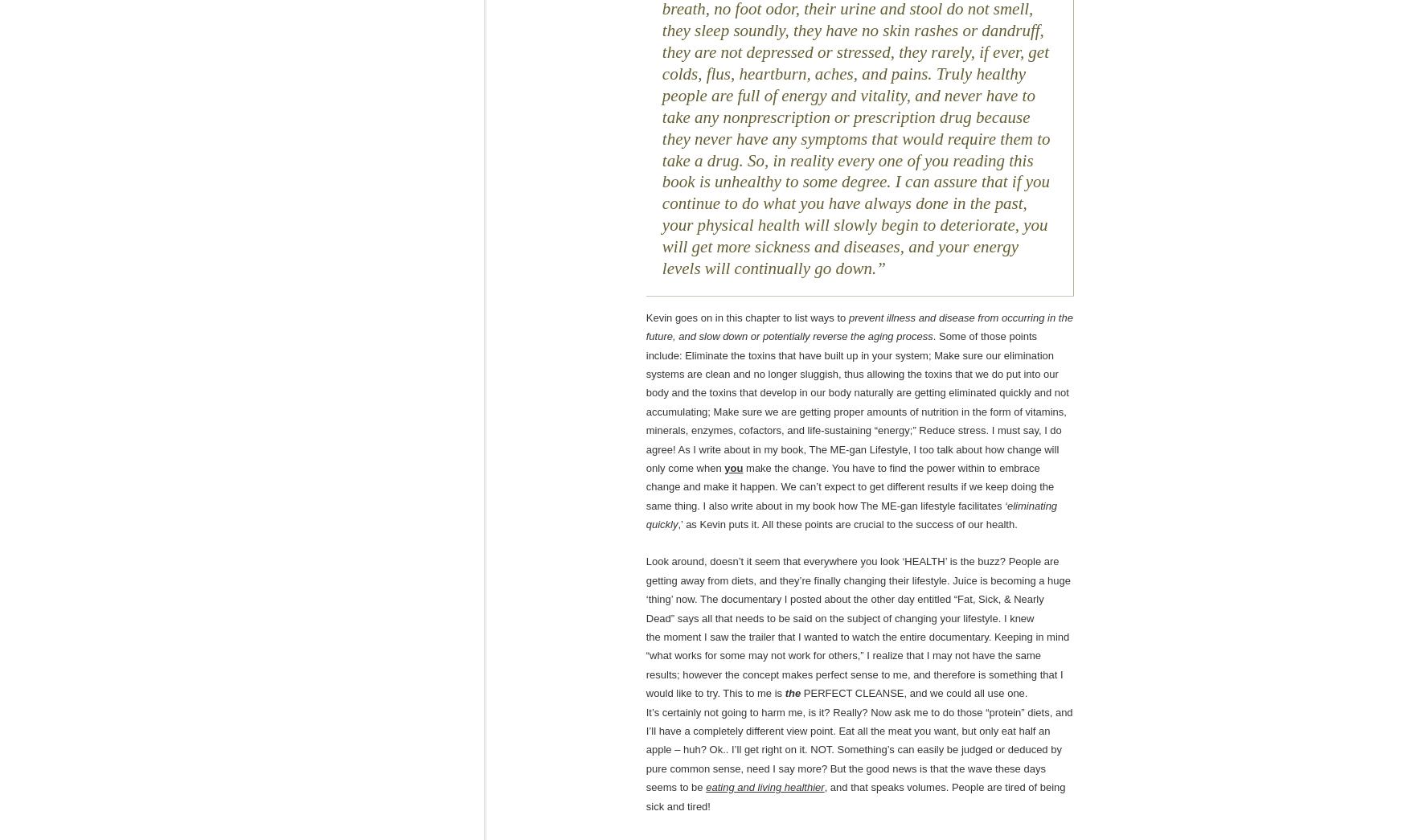  I want to click on 'PERFECT CLEANSE, and we could all use one. It’s certainly not going to harm me, is it? Really? Now ask me to do those “protein” diets, and I’ll have a completely different view point. Eat all the meat you want, but only eat half an apple – huh? Ok.. I’ll get right on it. NOT. Something’s can easily be judged or deduced by pure common sense, need I say more? But the good news is that the wave these days seems to be', so click(859, 740).